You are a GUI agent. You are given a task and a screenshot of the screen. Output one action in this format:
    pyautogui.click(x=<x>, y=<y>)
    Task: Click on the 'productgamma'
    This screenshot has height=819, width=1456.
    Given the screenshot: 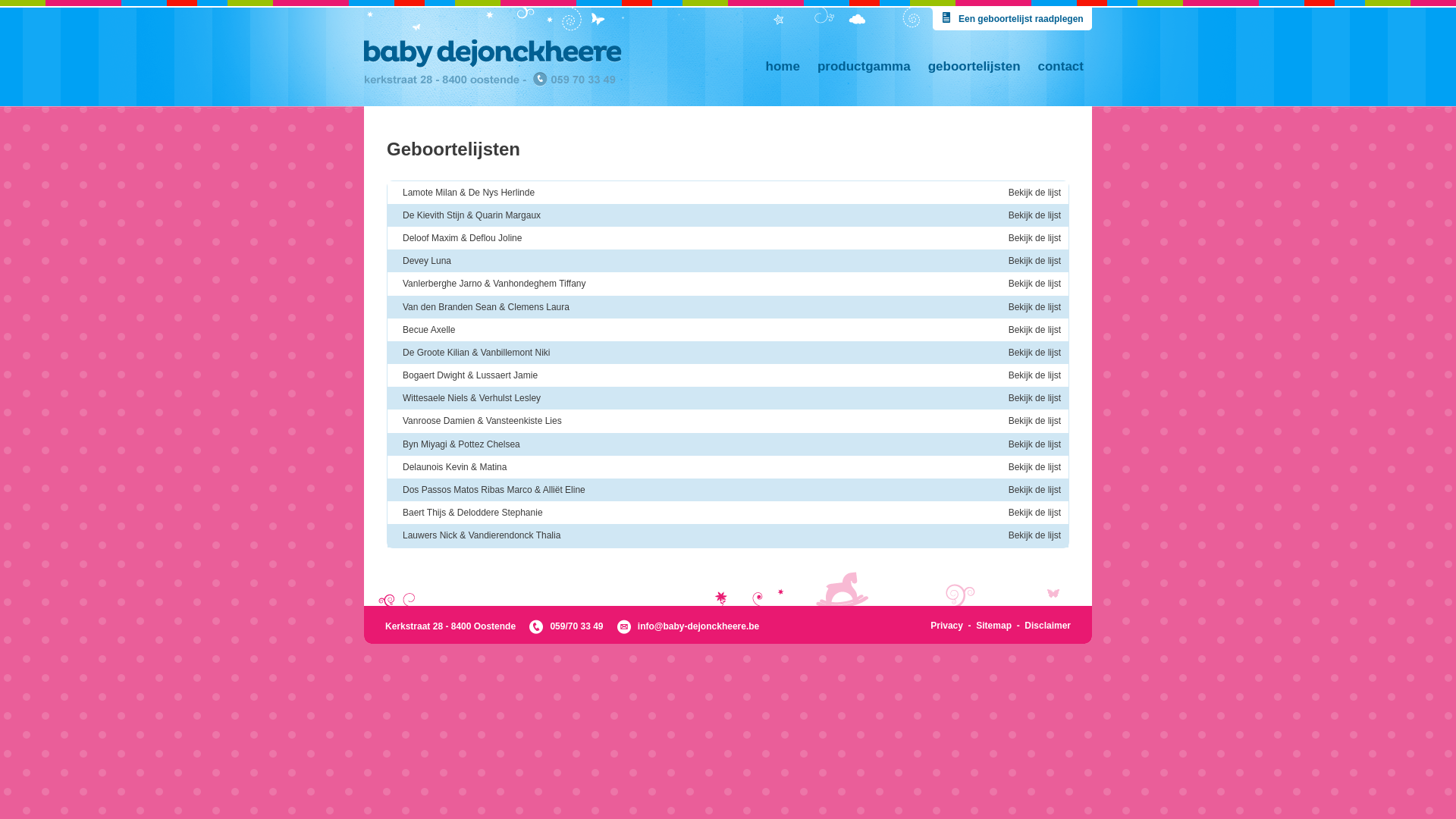 What is the action you would take?
    pyautogui.click(x=808, y=65)
    